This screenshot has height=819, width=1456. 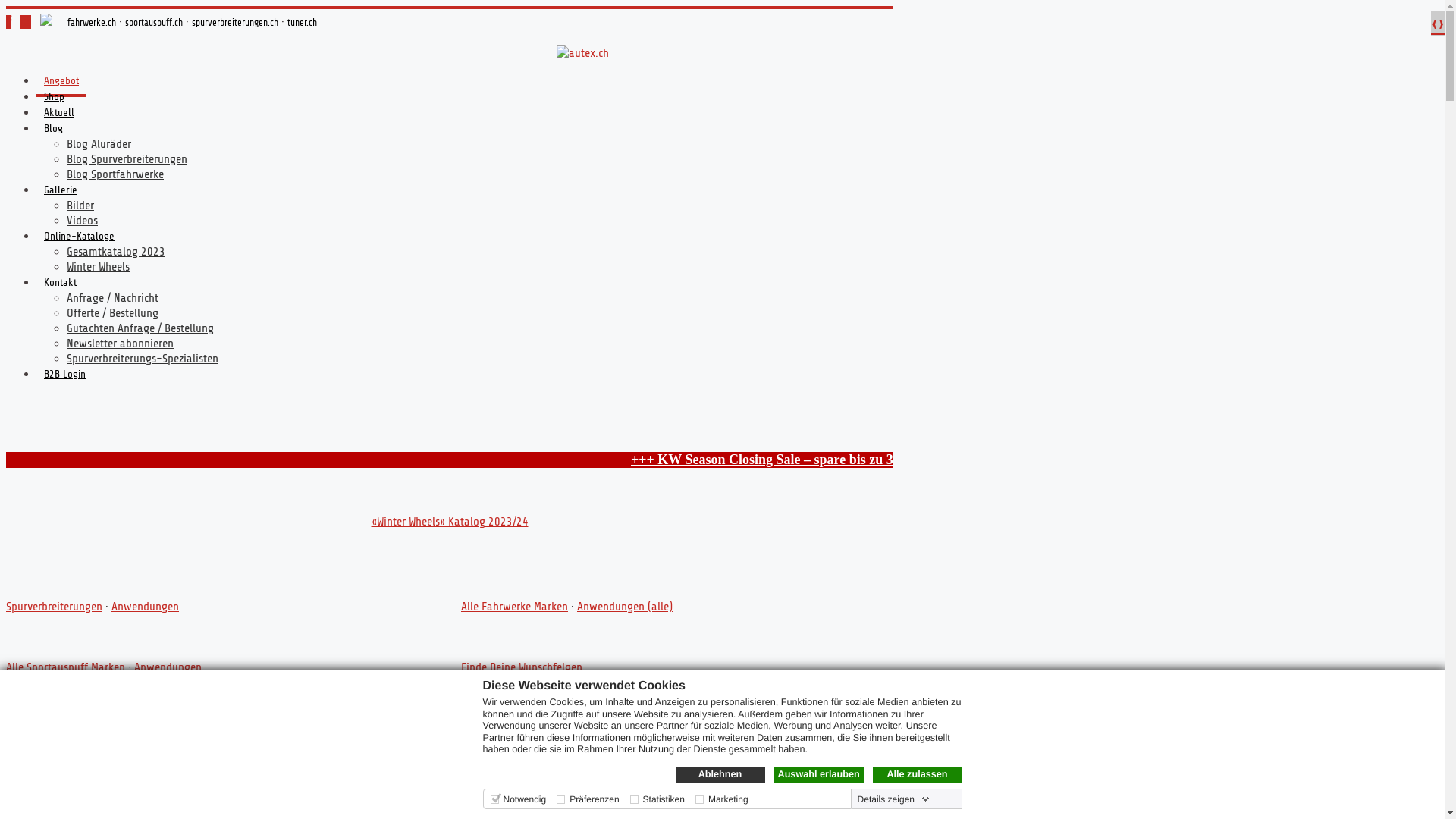 What do you see at coordinates (79, 205) in the screenshot?
I see `'Bilder'` at bounding box center [79, 205].